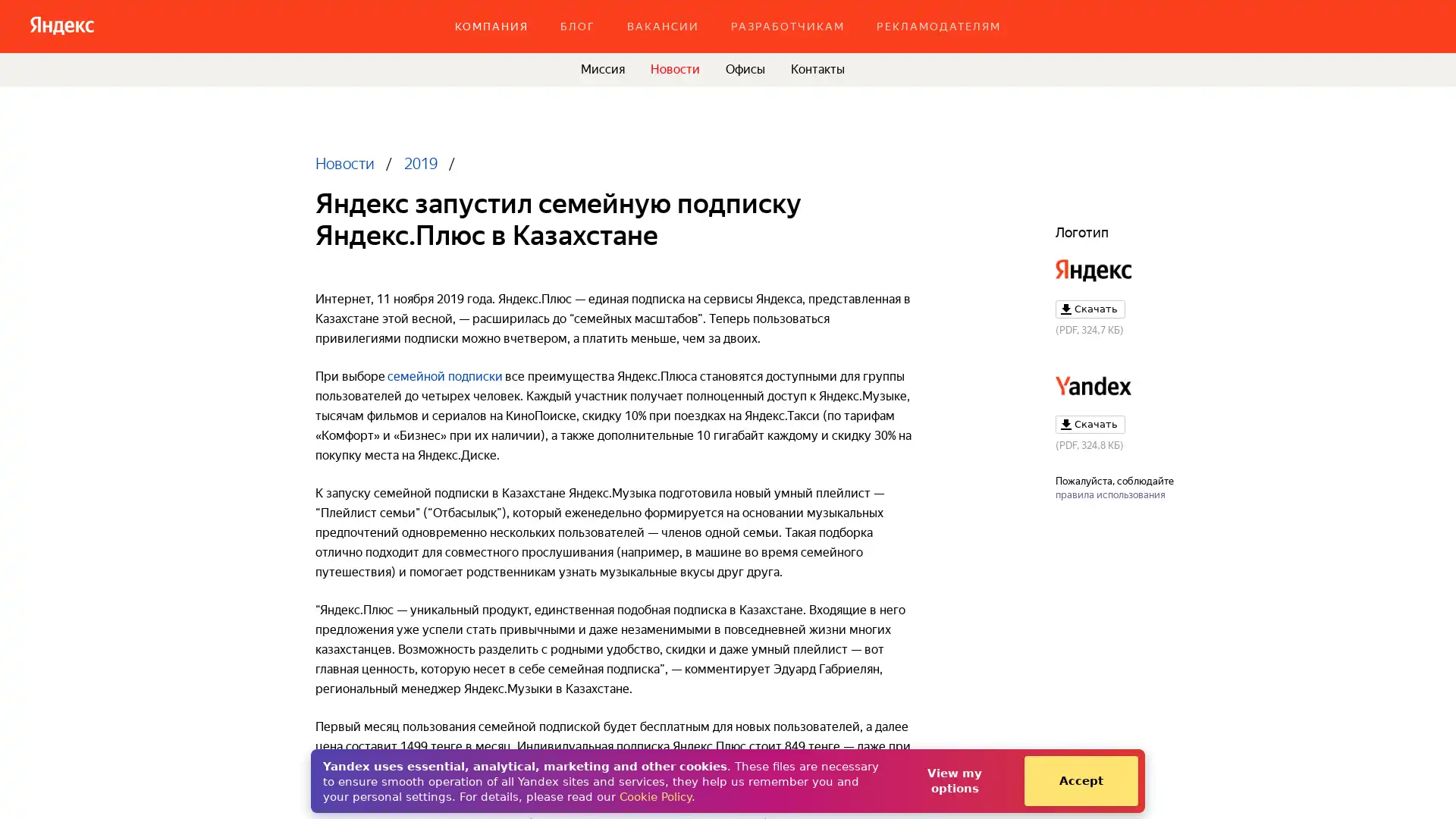 The height and width of the screenshot is (819, 1456). I want to click on Accept, so click(1080, 780).